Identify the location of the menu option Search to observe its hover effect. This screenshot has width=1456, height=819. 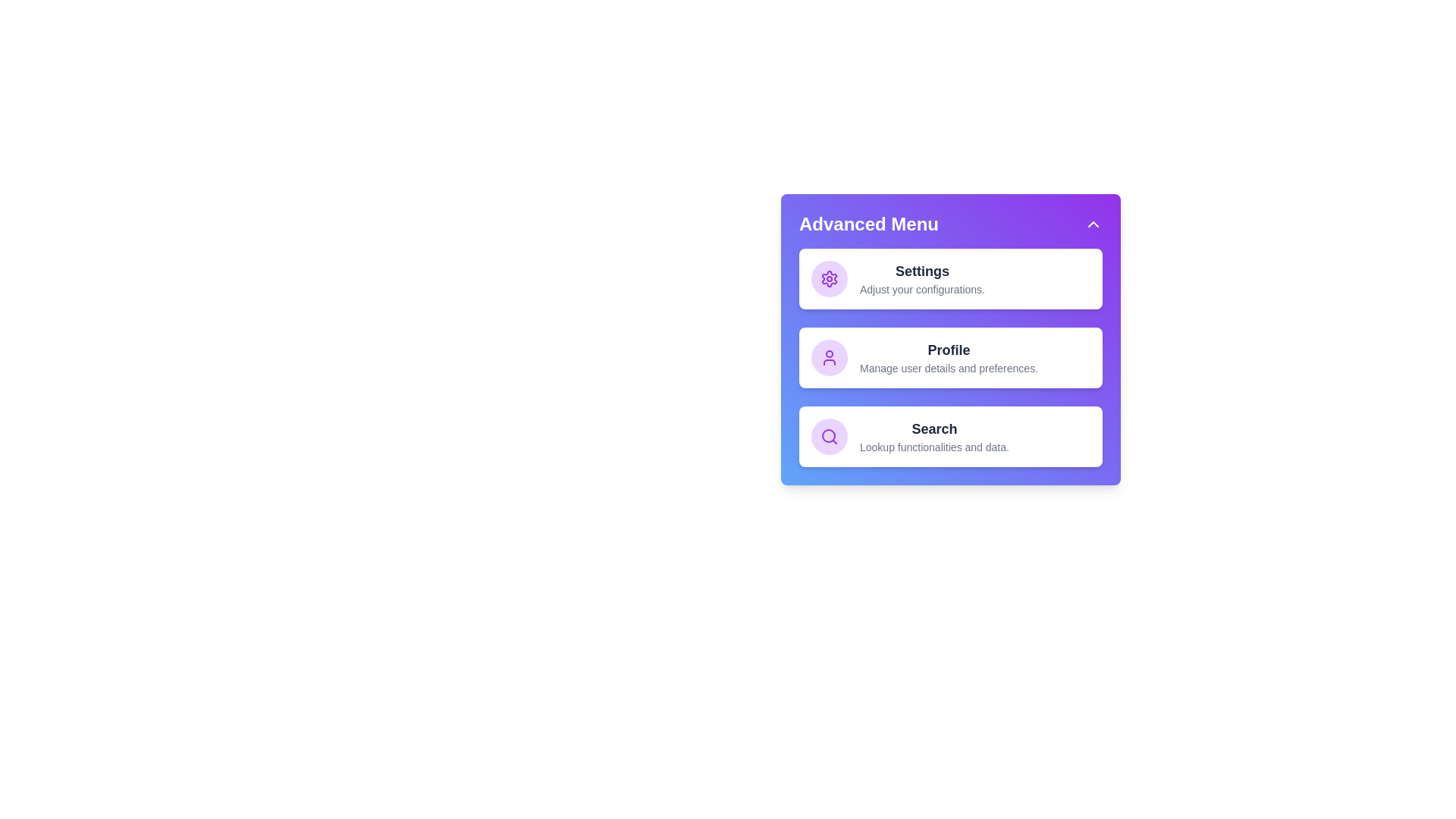
(949, 436).